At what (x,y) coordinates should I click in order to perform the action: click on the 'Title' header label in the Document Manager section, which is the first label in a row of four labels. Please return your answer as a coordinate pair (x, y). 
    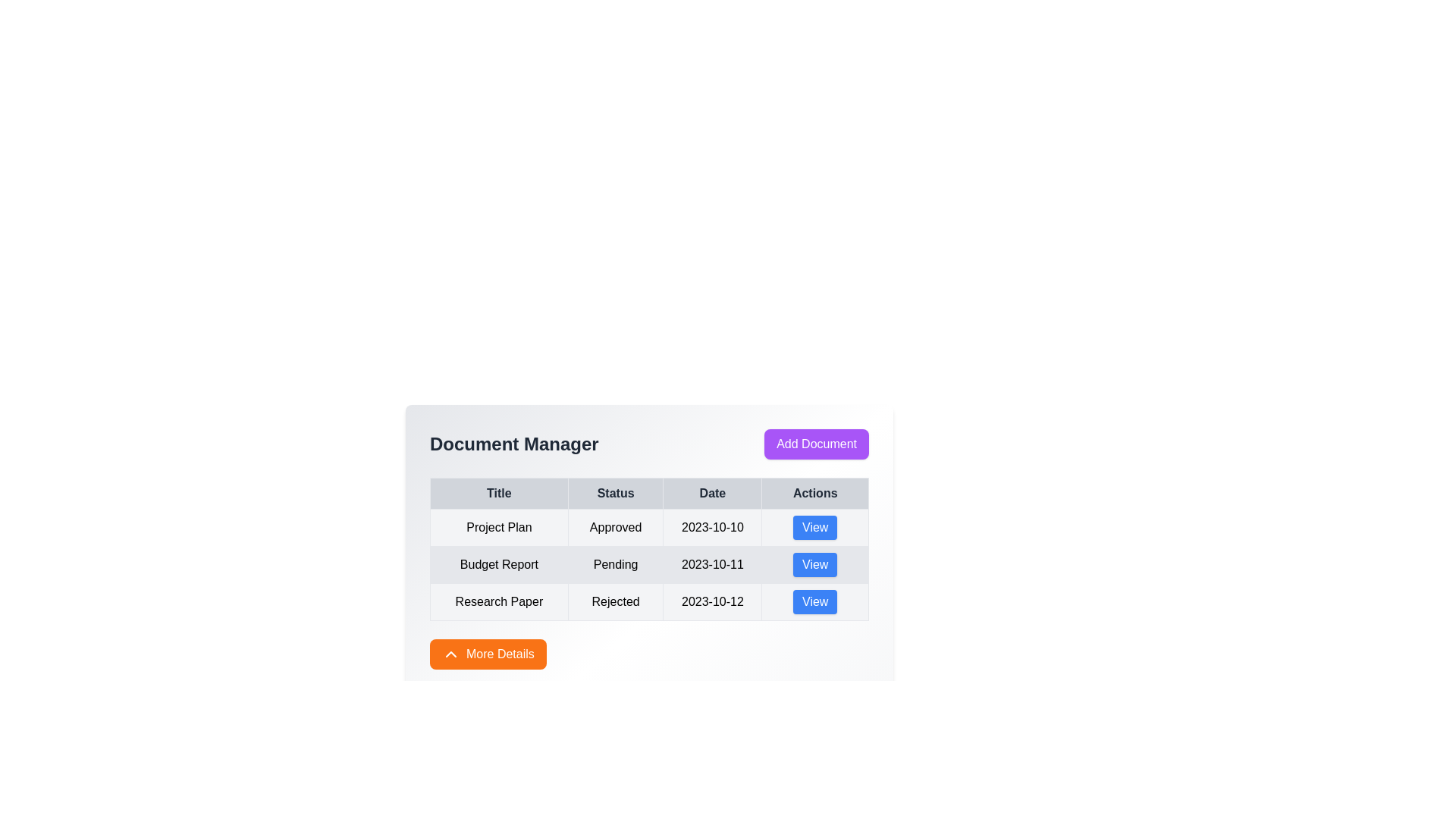
    Looking at the image, I should click on (499, 494).